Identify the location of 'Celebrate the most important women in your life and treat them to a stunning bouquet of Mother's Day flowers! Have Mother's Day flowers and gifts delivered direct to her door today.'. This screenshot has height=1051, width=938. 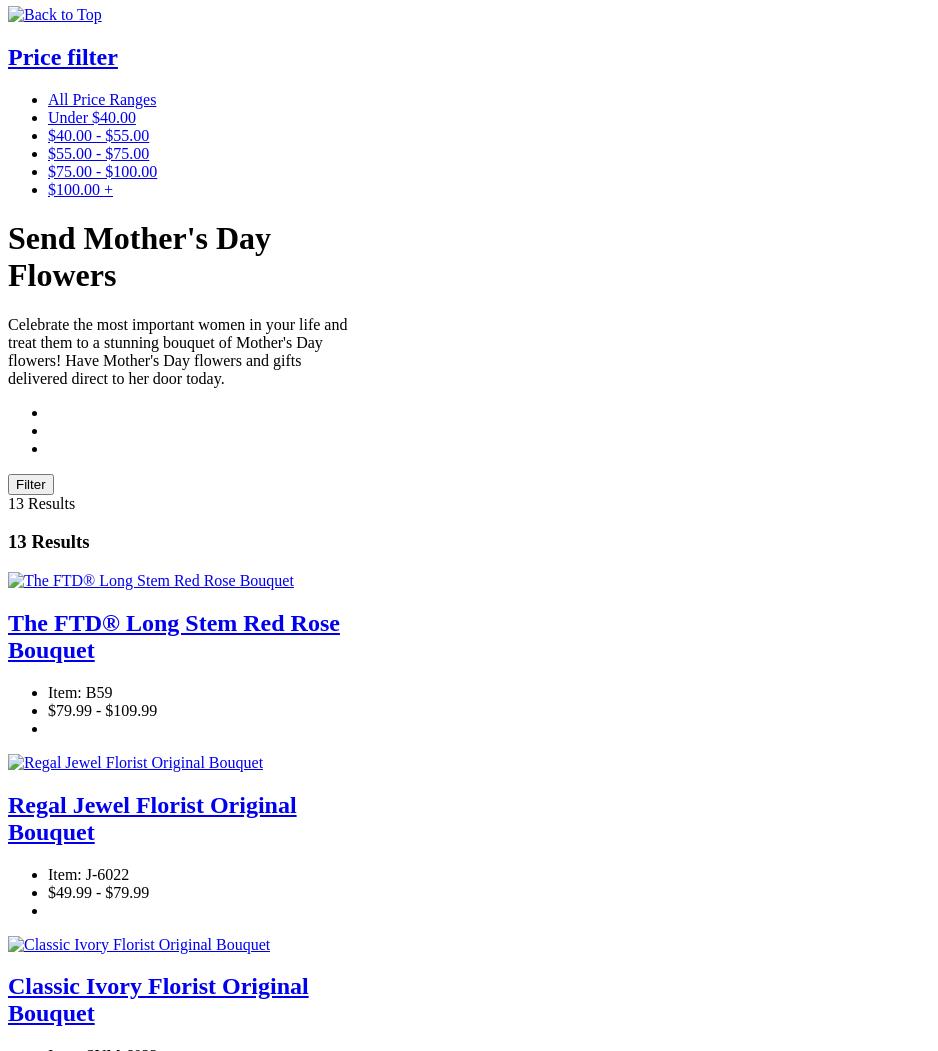
(176, 350).